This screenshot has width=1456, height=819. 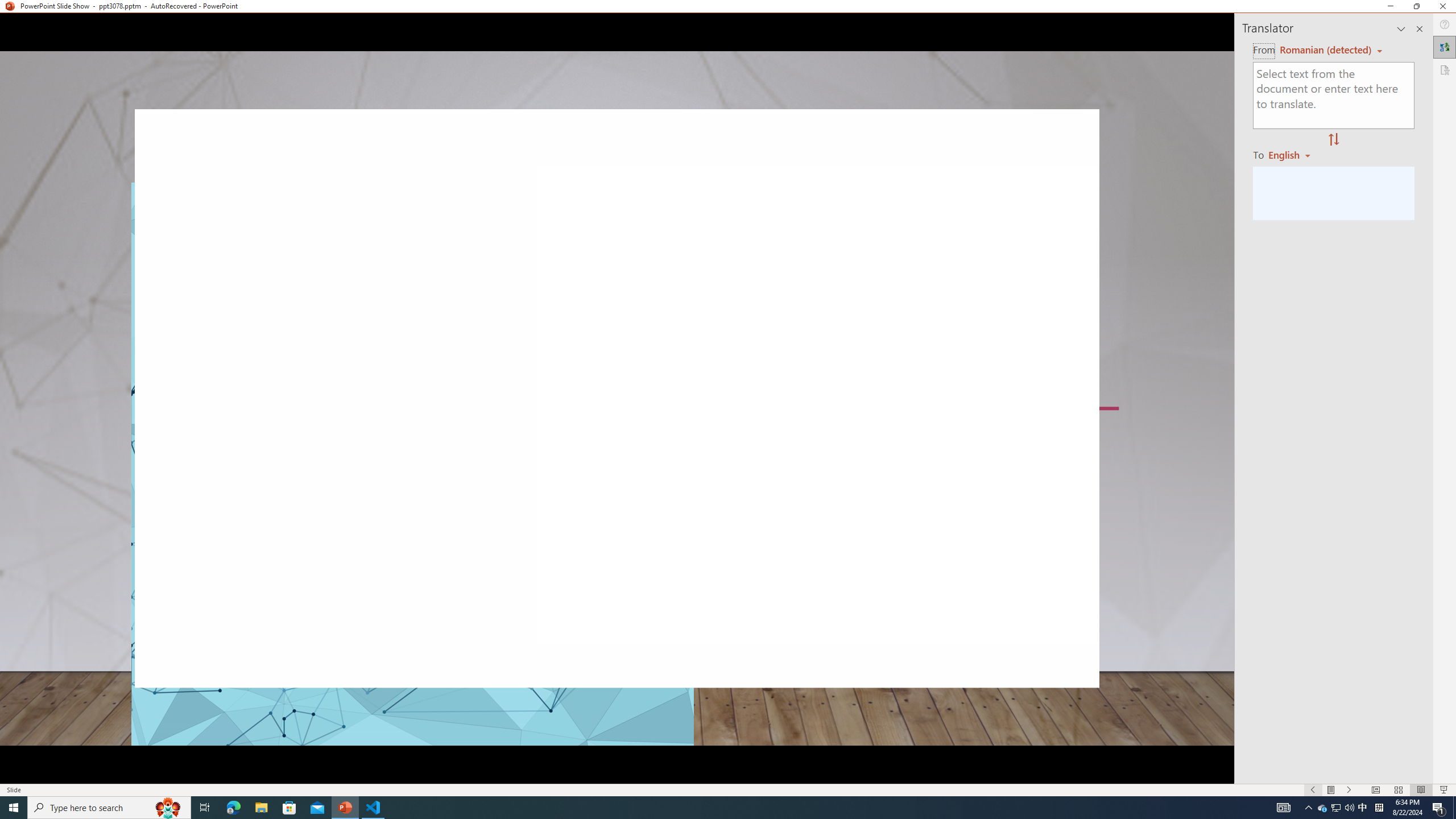 I want to click on 'Slide Show Next On', so click(x=1349, y=790).